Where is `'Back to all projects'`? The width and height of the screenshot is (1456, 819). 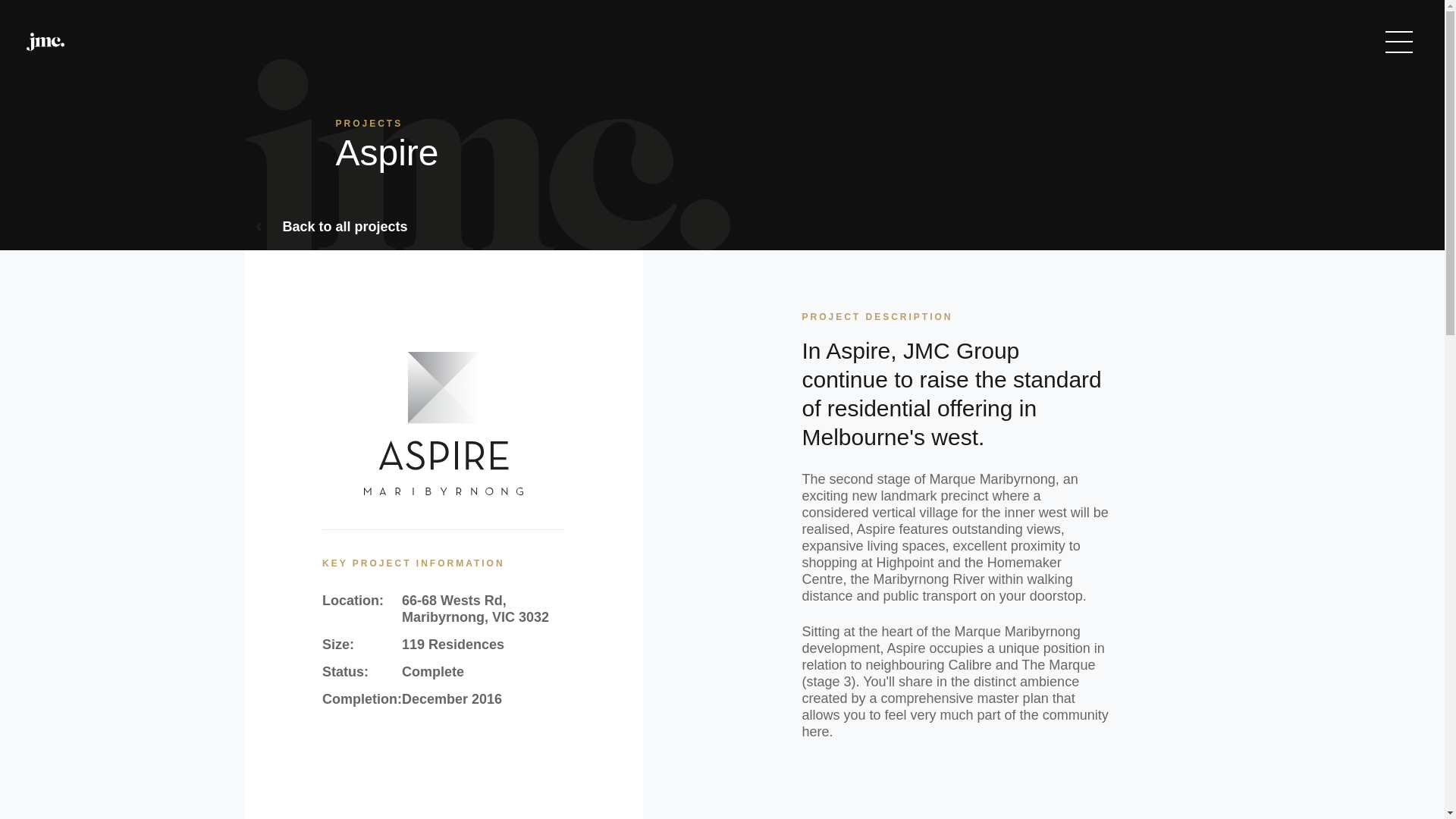
'Back to all projects' is located at coordinates (331, 227).